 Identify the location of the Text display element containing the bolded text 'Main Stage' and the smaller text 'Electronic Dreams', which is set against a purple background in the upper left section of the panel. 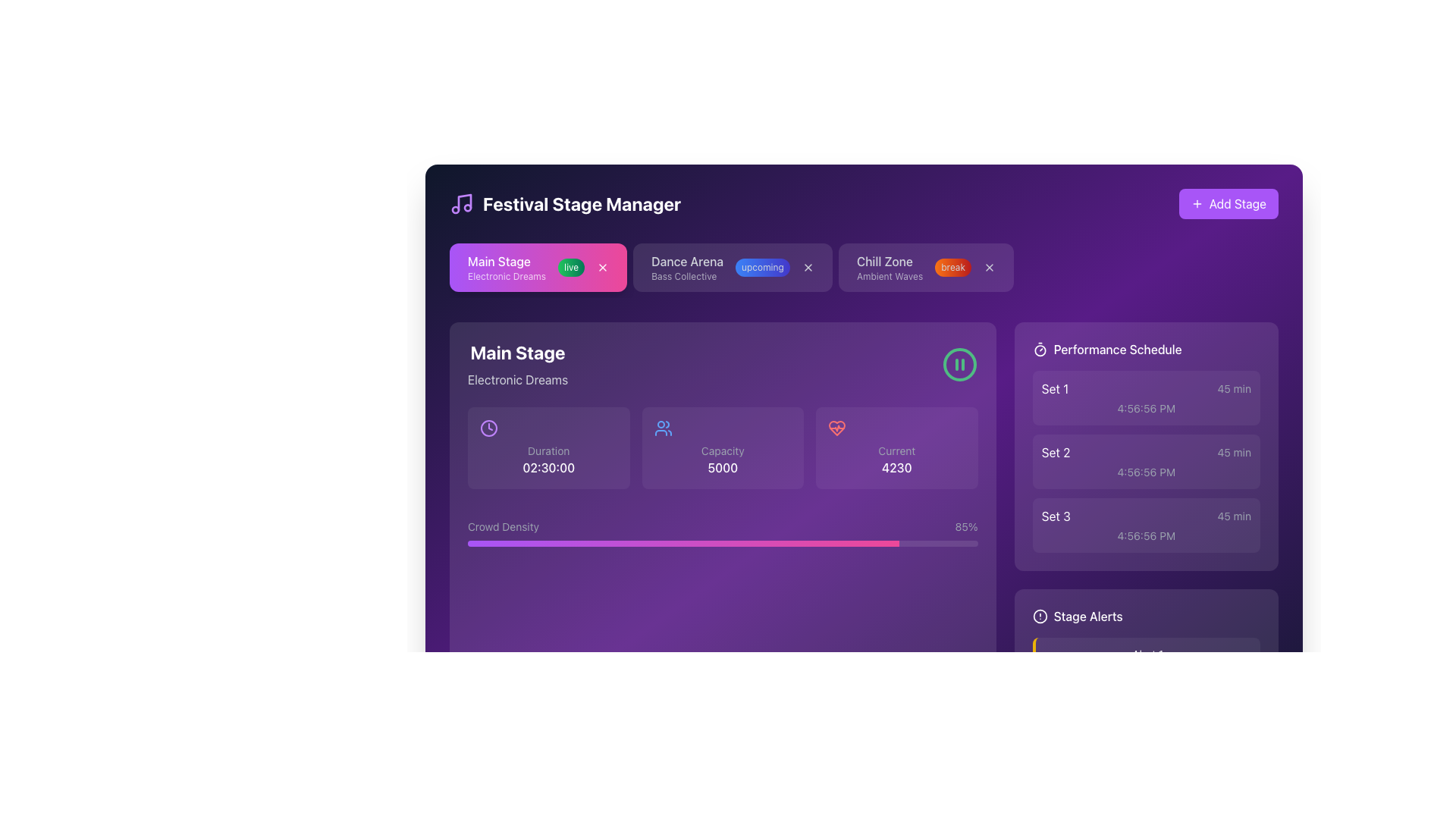
(518, 365).